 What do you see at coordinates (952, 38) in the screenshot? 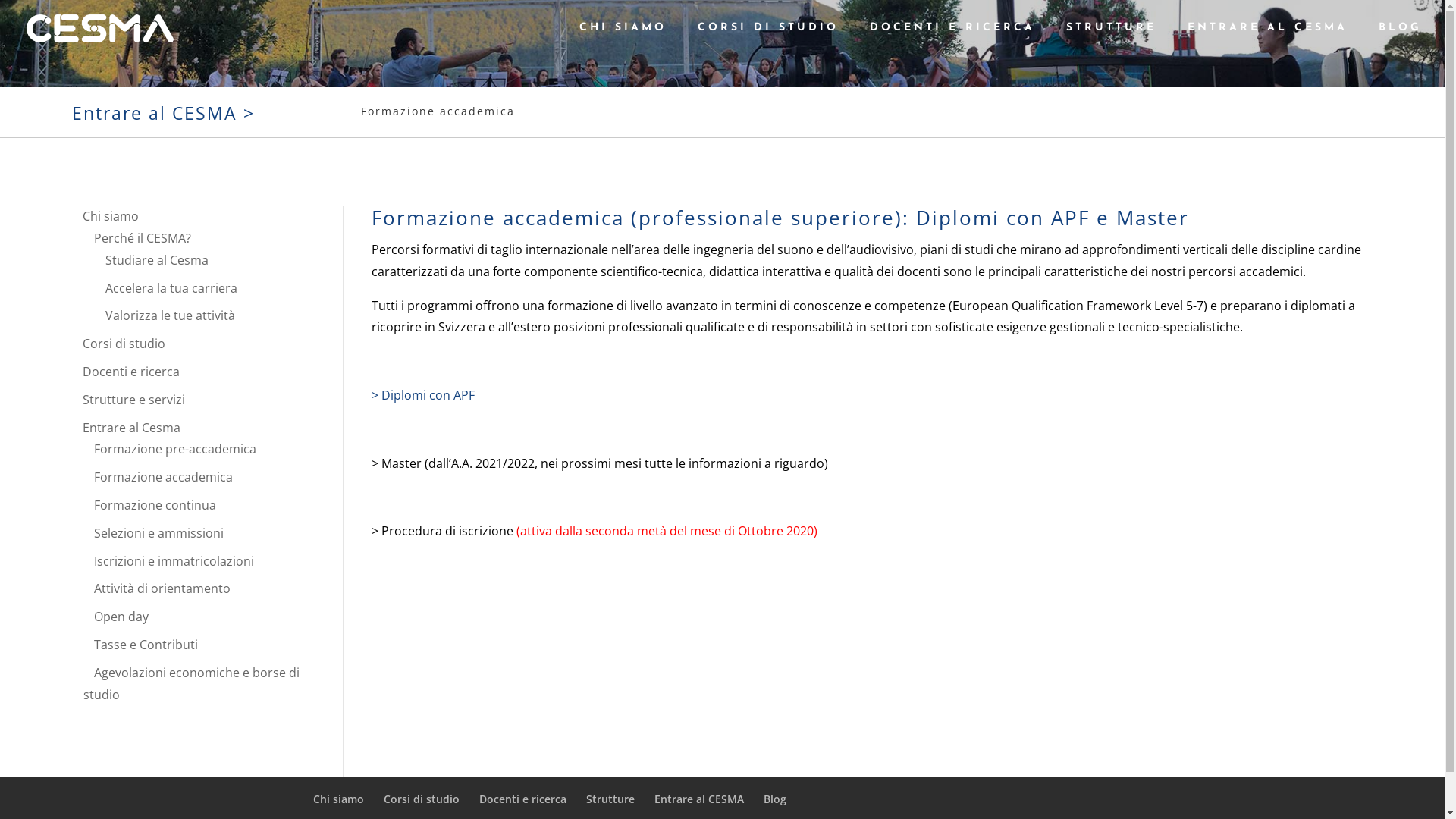
I see `'DOCENTI E RICERCA'` at bounding box center [952, 38].